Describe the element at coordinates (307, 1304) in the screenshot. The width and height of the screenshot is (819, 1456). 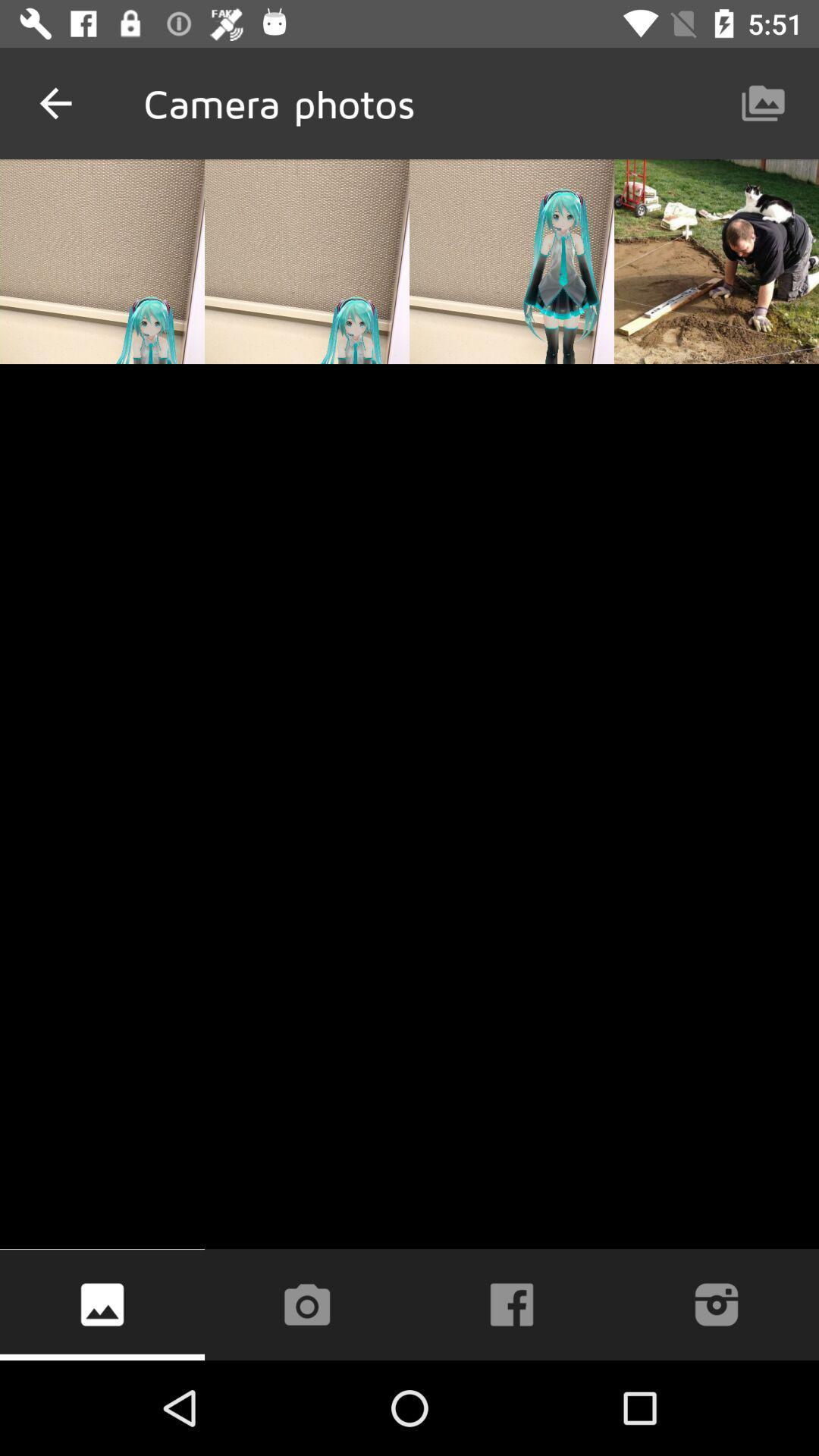
I see `the photo icon` at that location.